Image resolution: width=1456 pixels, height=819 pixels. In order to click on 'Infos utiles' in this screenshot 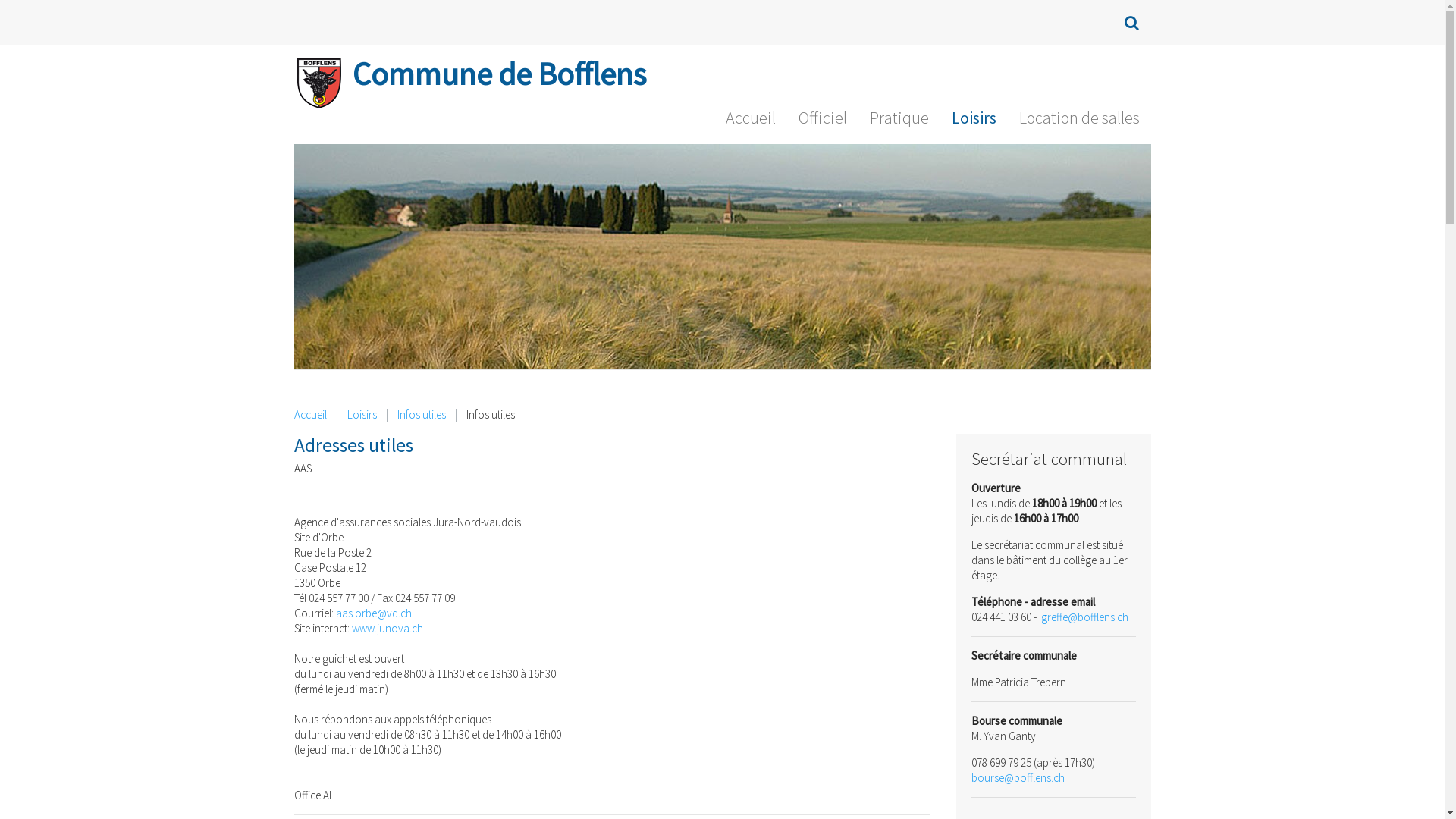, I will do `click(422, 415)`.